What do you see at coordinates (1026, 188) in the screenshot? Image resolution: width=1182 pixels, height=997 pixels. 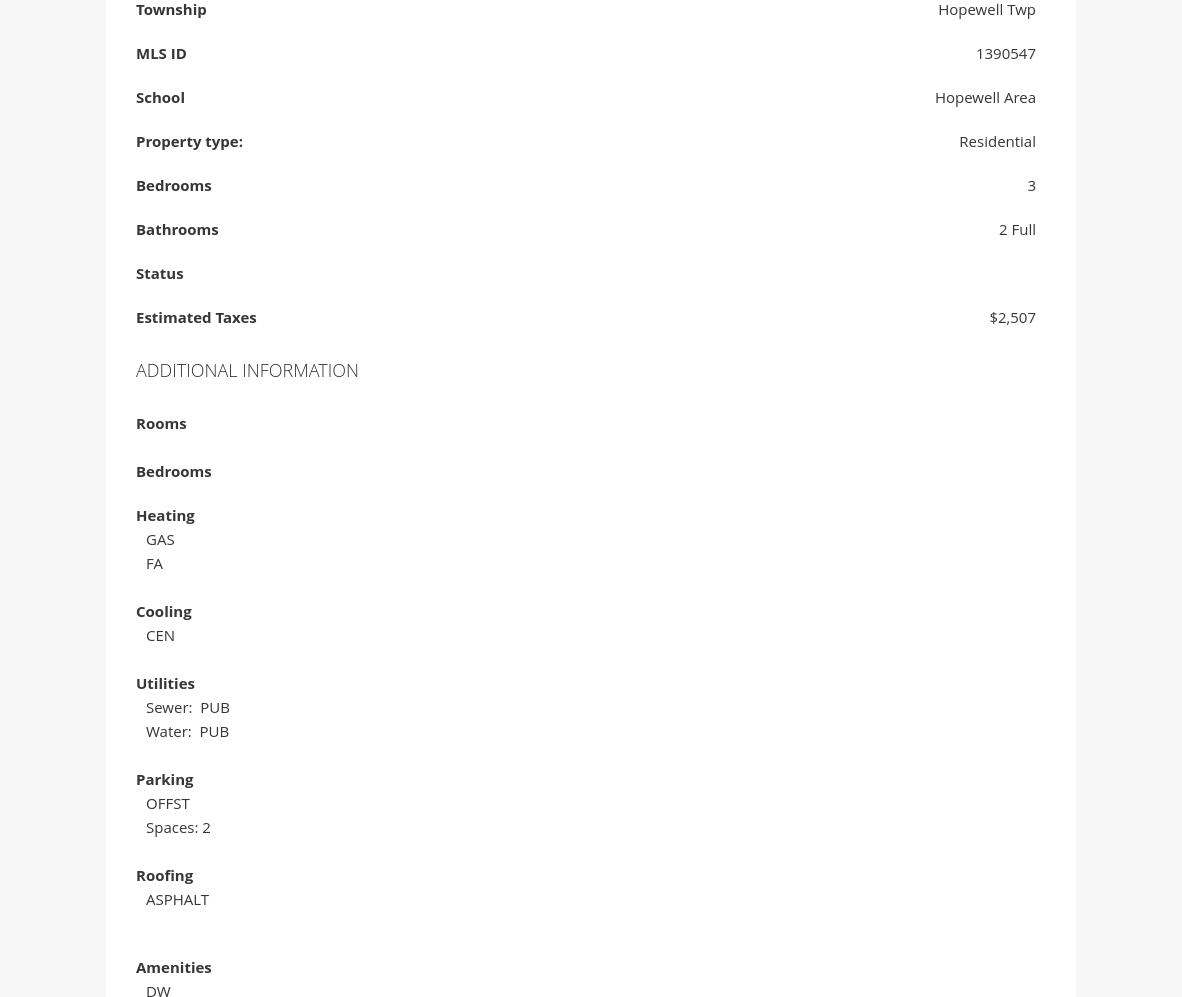 I see `'3'` at bounding box center [1026, 188].